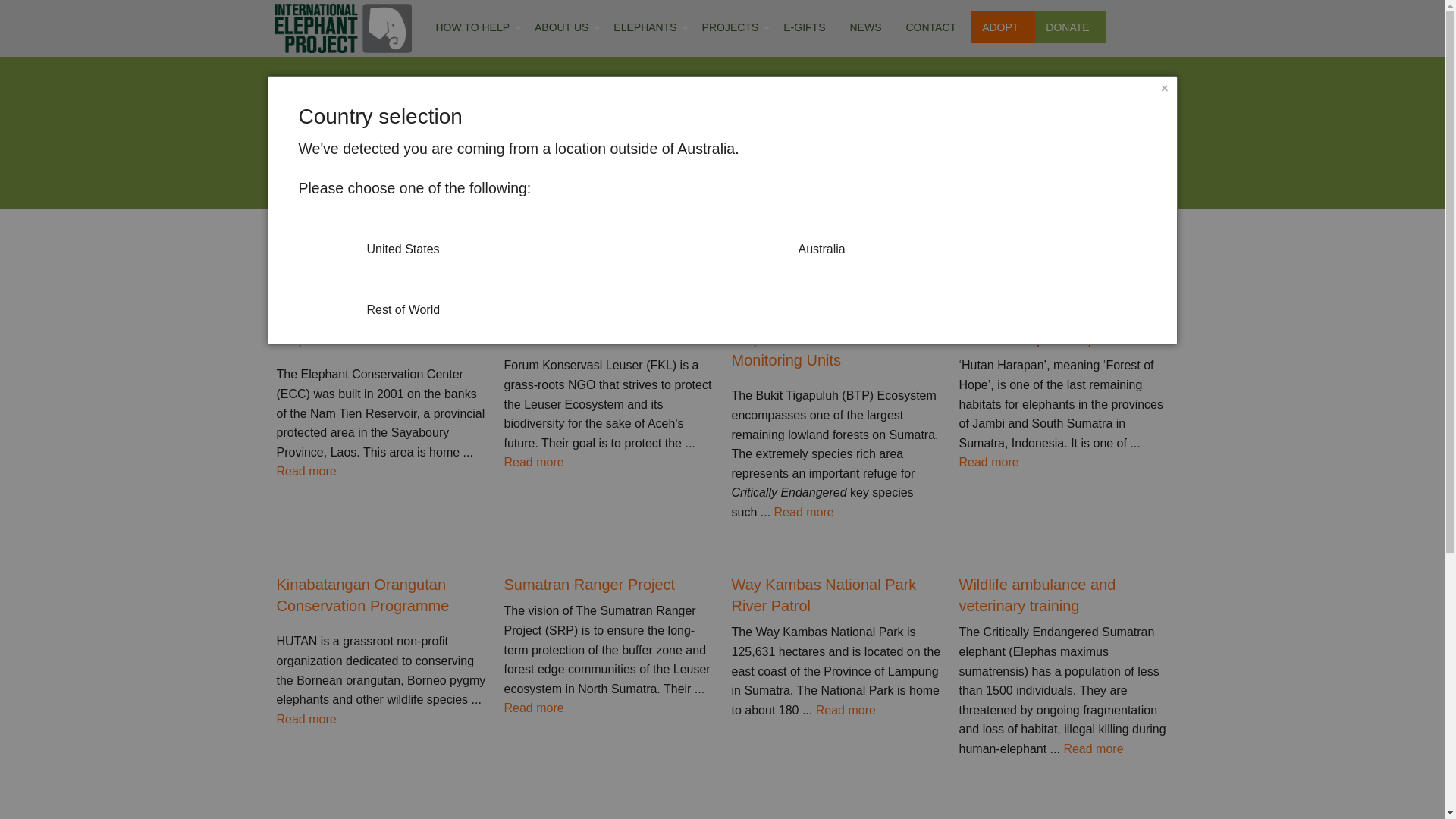  What do you see at coordinates (648, 27) in the screenshot?
I see `'ELEPHANTS'` at bounding box center [648, 27].